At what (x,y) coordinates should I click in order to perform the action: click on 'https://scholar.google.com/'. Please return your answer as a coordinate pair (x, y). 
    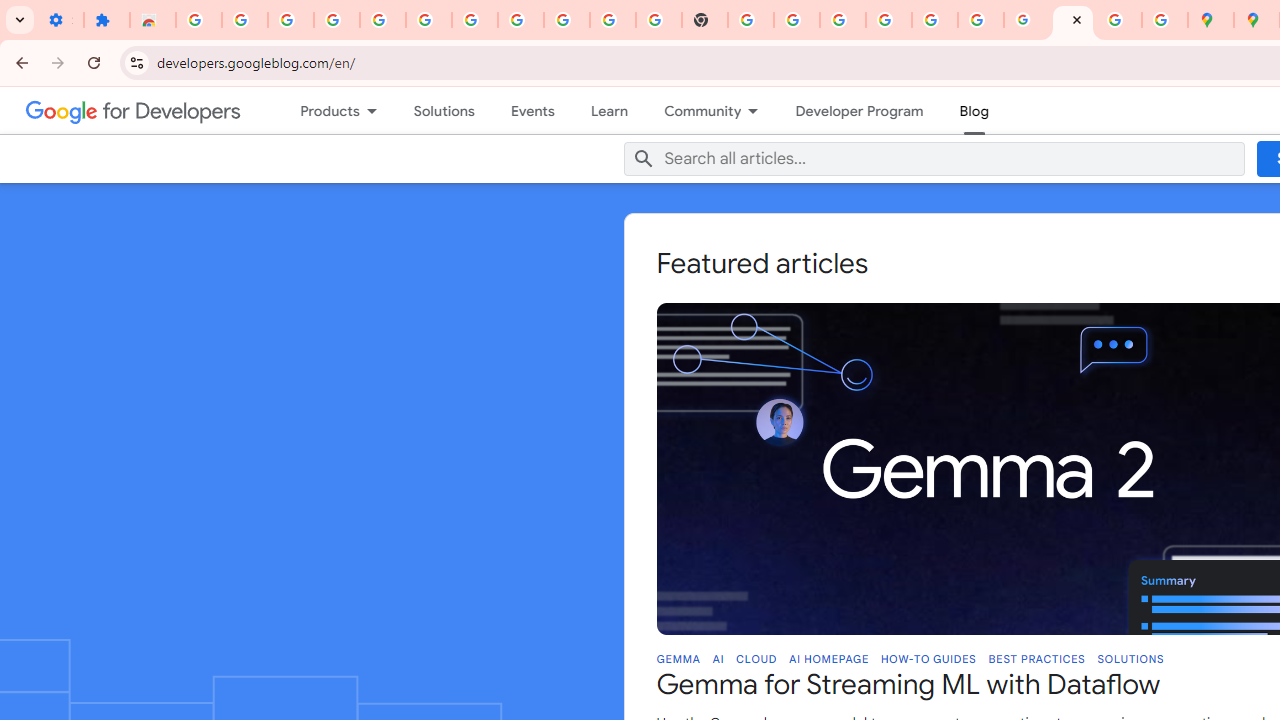
    Looking at the image, I should click on (750, 20).